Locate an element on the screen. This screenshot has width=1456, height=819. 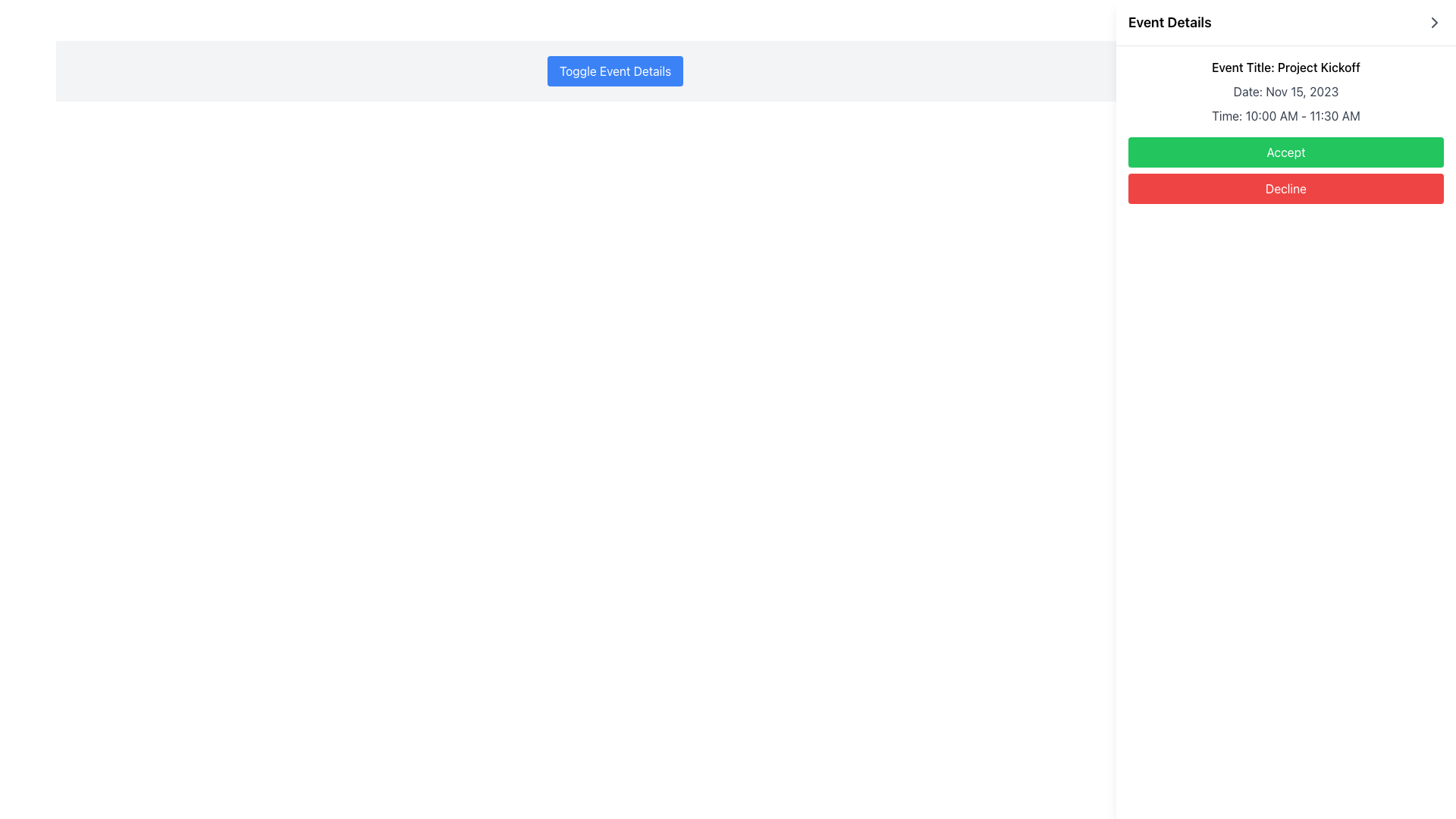
the buttons in the 'Event Details' panel that allow users to accept or decline the event invitation is located at coordinates (1285, 170).